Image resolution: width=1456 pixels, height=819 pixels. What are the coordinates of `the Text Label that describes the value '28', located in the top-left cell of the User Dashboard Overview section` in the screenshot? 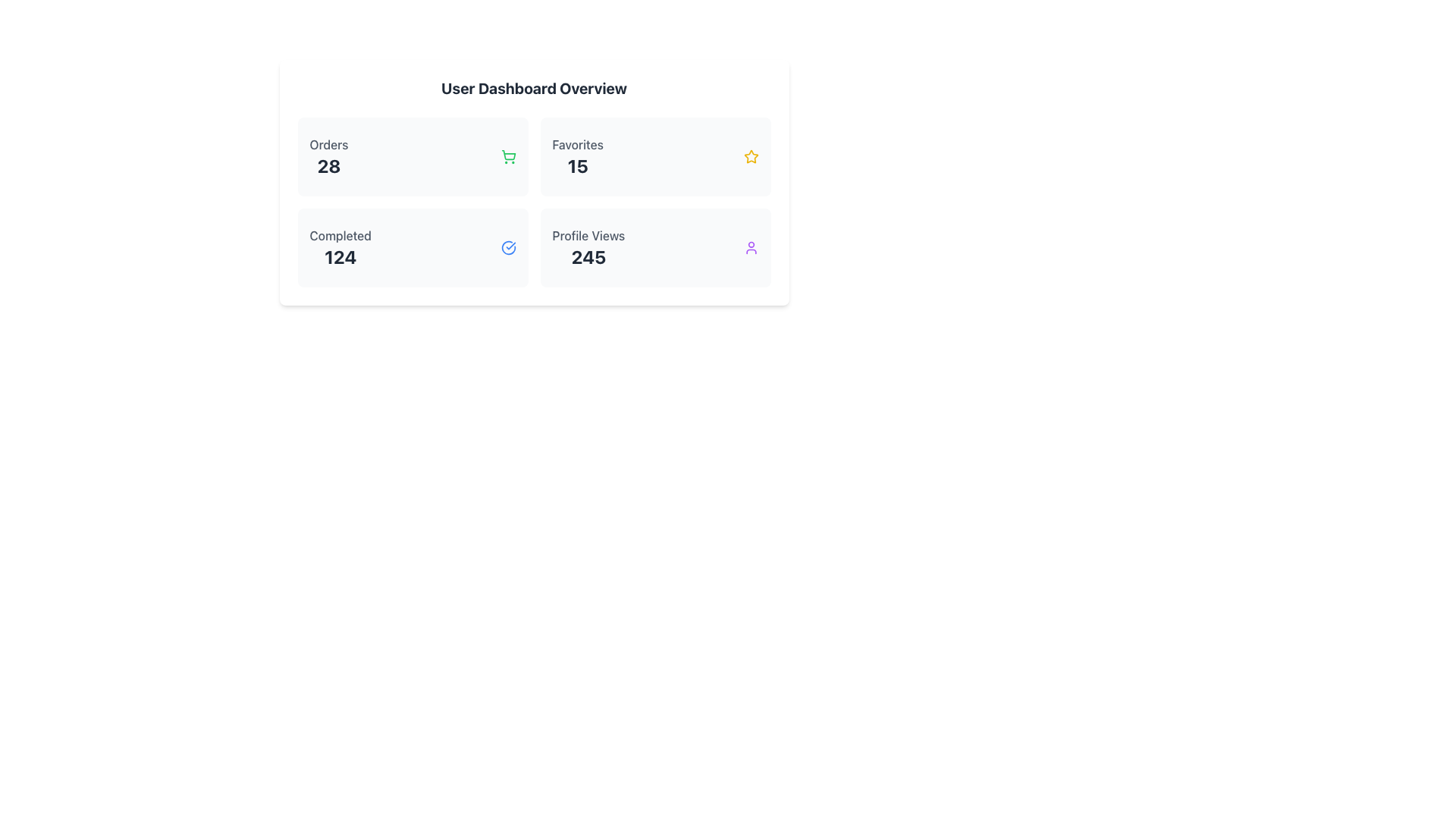 It's located at (328, 145).